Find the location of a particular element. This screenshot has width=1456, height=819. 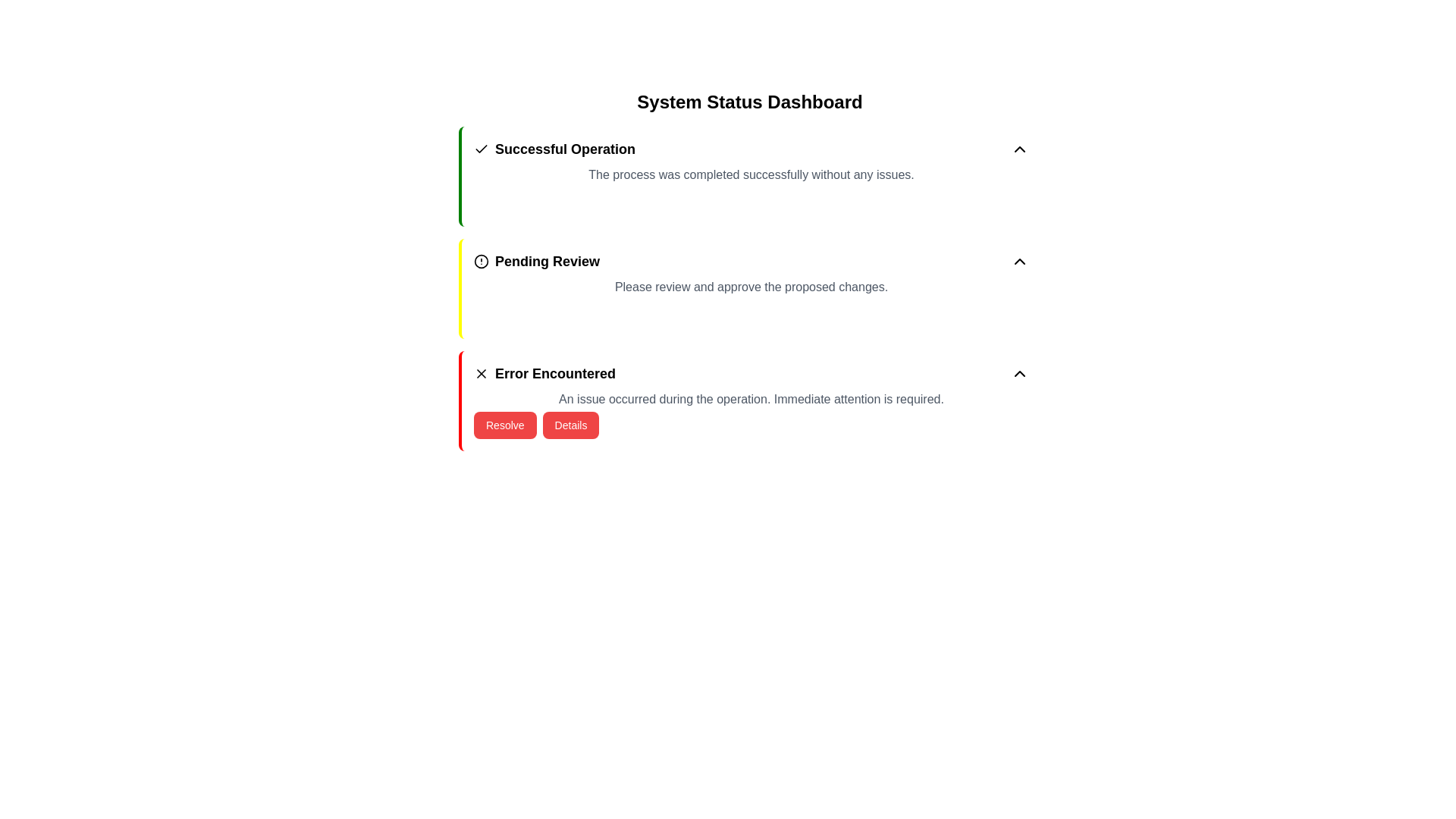

the circular outline icon located within the yellow-bordered 'Pending Review' section on the dashboard interface is located at coordinates (480, 260).